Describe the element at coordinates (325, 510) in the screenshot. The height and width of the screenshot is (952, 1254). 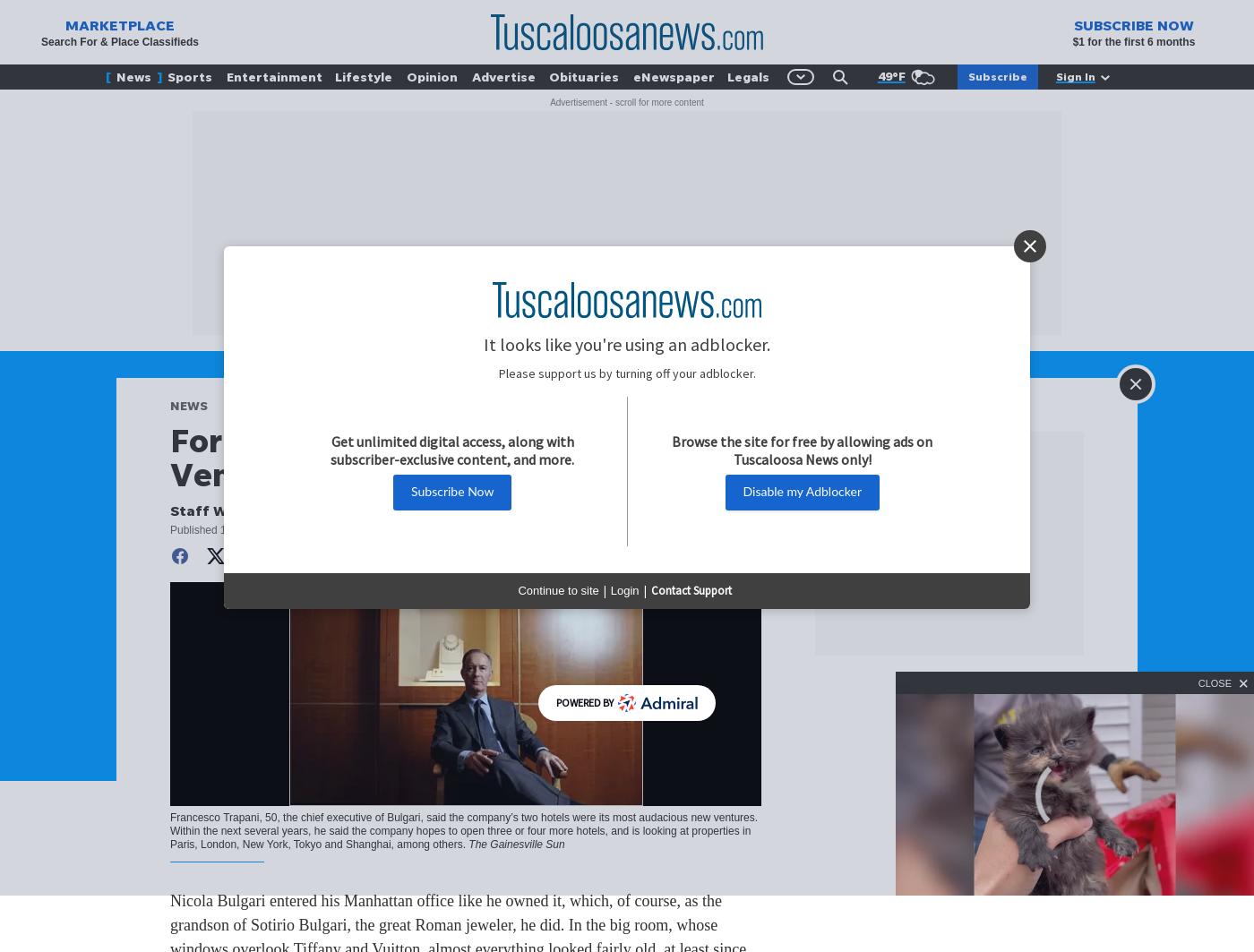
I see `'The Gainesville Sun'` at that location.